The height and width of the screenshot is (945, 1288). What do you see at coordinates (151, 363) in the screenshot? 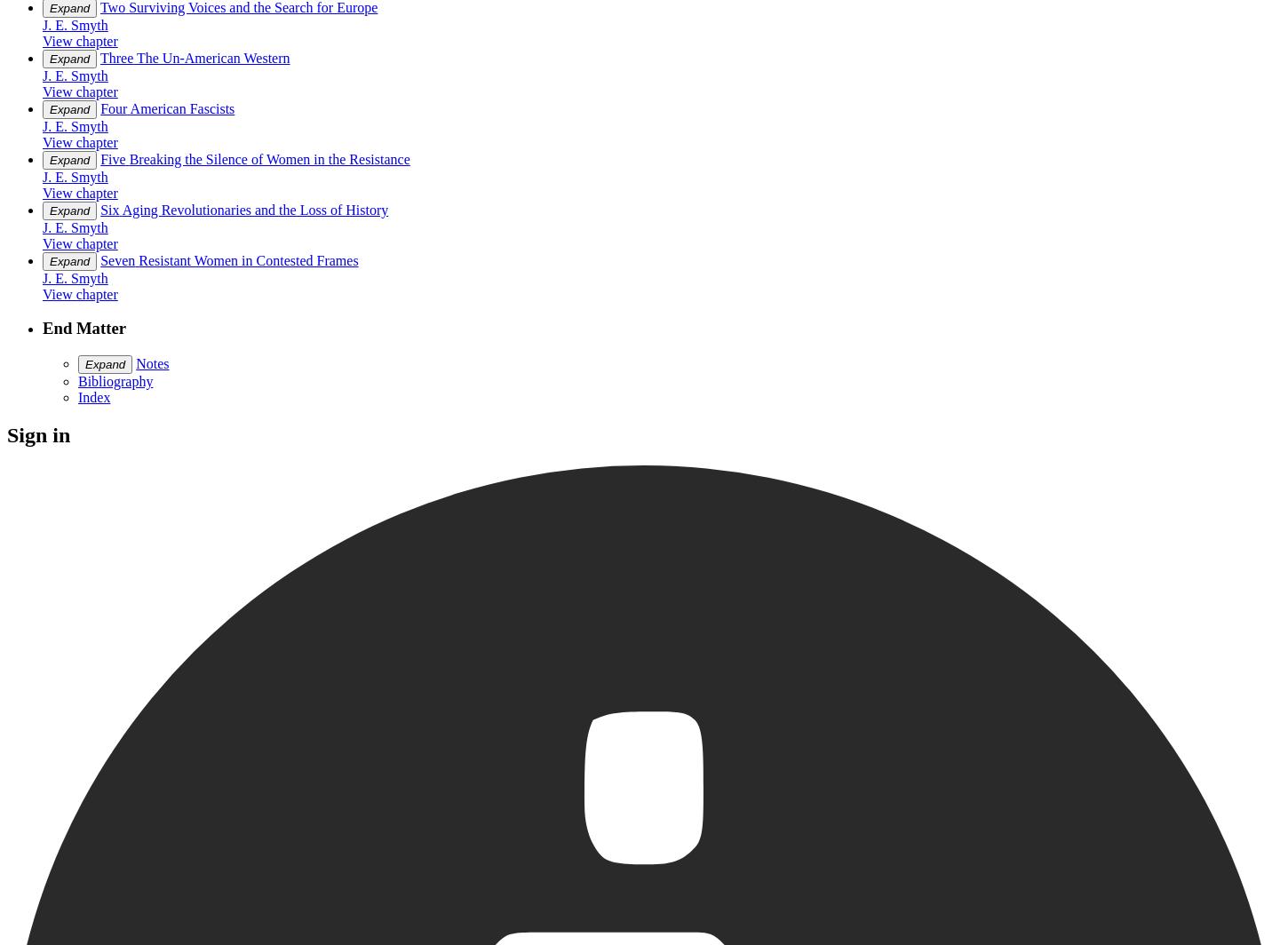
I see `'Notes'` at bounding box center [151, 363].